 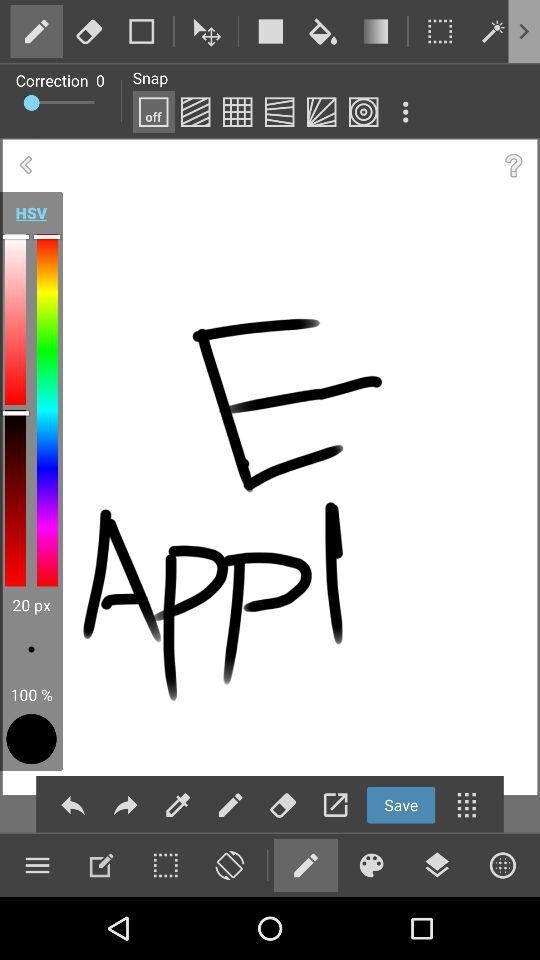 What do you see at coordinates (440, 30) in the screenshot?
I see `the frame icon` at bounding box center [440, 30].